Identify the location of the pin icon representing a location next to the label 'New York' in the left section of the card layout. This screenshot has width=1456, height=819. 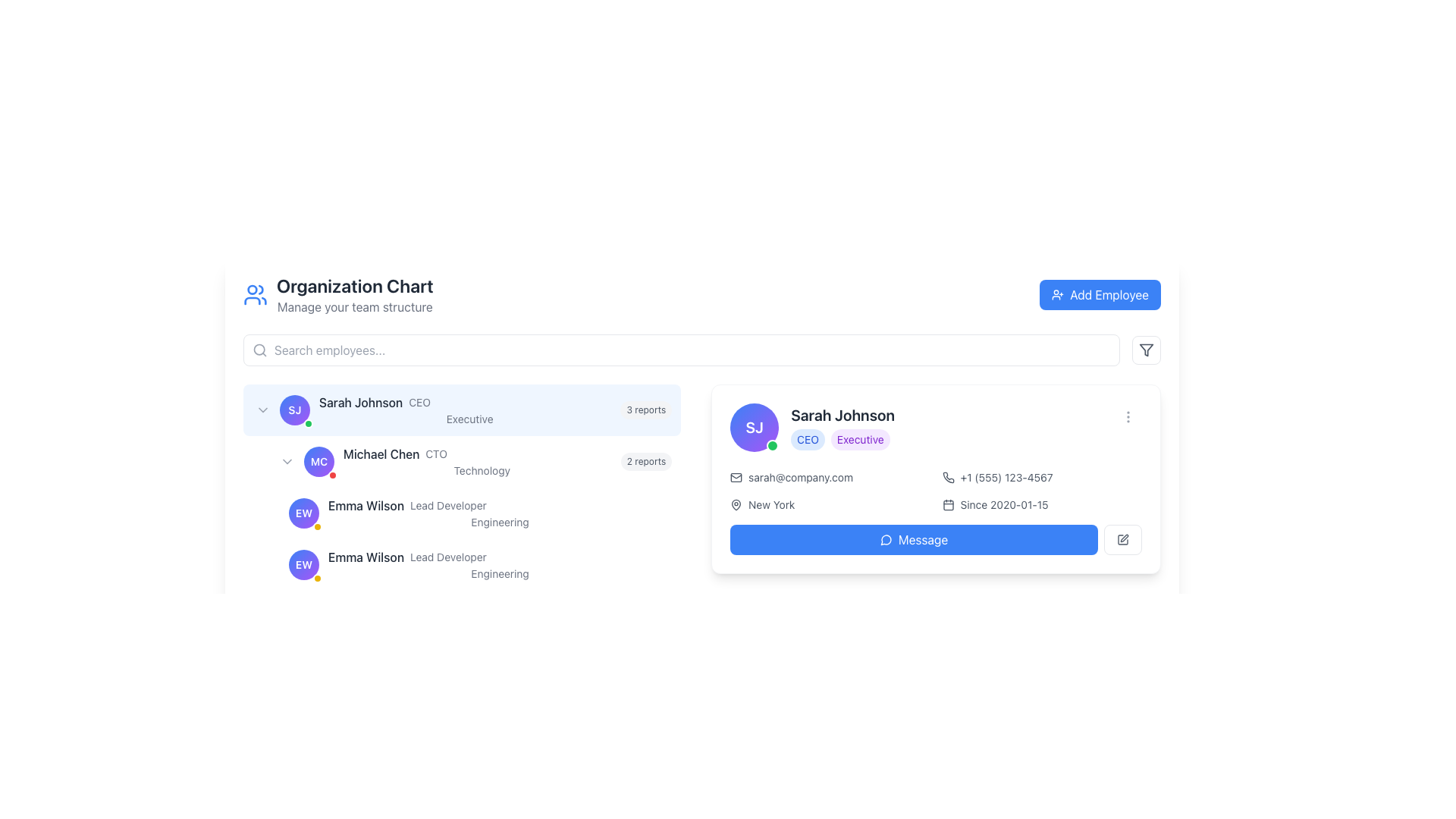
(736, 505).